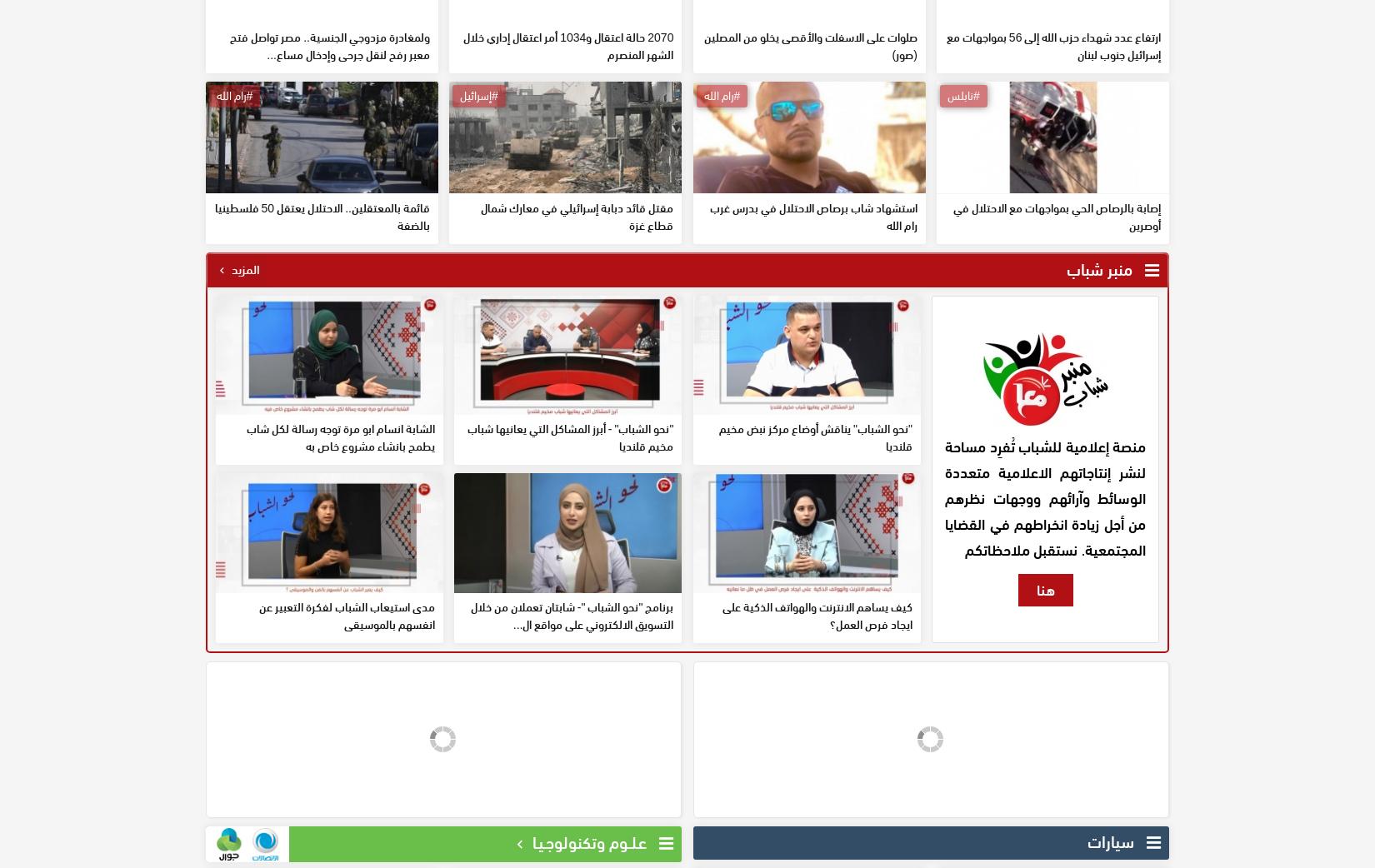  What do you see at coordinates (1044, 616) in the screenshot?
I see `'منصة إعلامية للشباب تُفرِد مساحة لنشر إنتاجاتهم الاعلامية متعددة الوسائط وآرائهم ووجهات نظرهم من أجل زيادة انخراطهم في القضايا المجتمعية.
نستقبل ملاحظاتكم'` at bounding box center [1044, 616].